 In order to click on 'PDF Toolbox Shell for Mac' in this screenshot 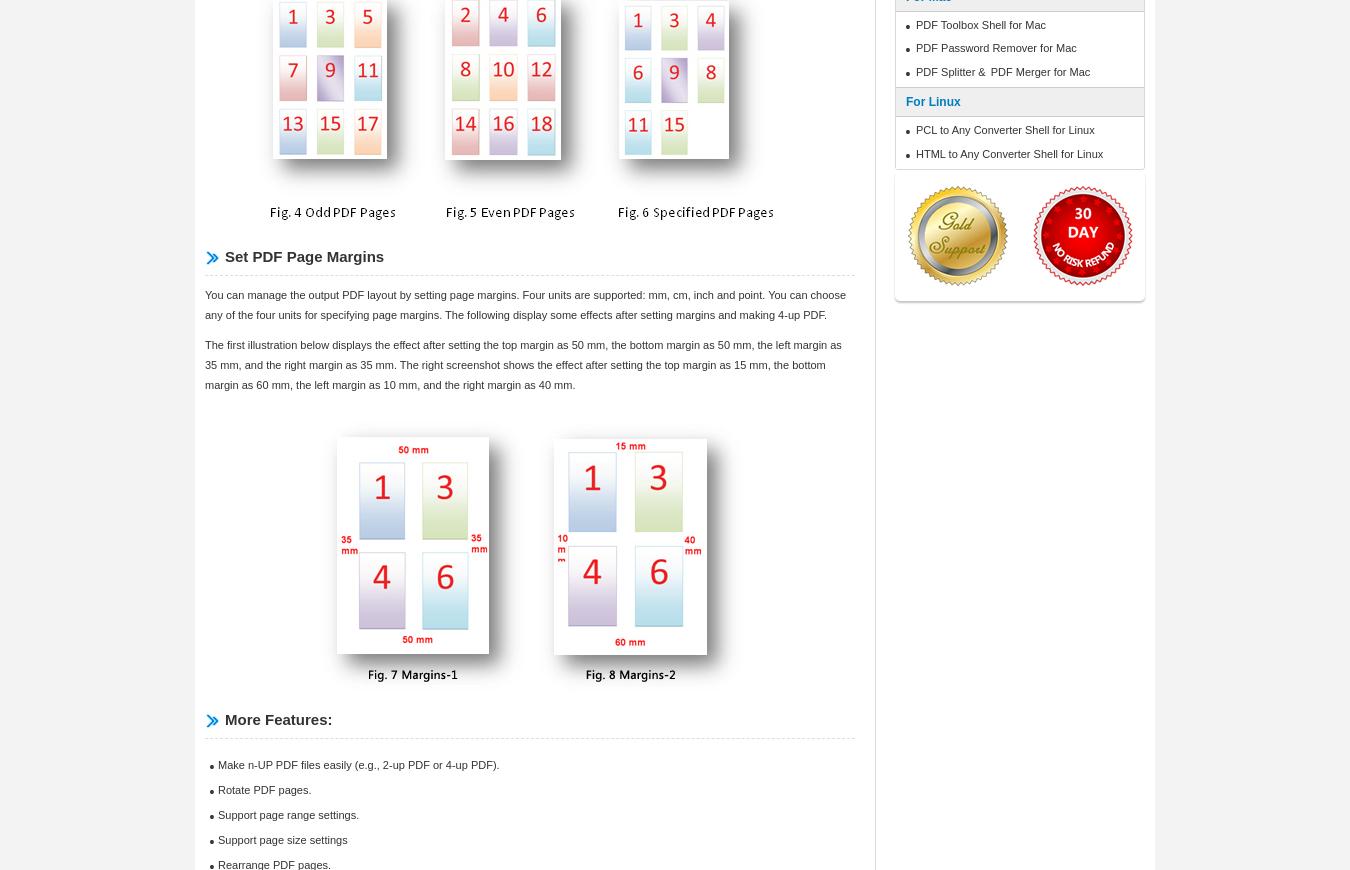, I will do `click(980, 23)`.